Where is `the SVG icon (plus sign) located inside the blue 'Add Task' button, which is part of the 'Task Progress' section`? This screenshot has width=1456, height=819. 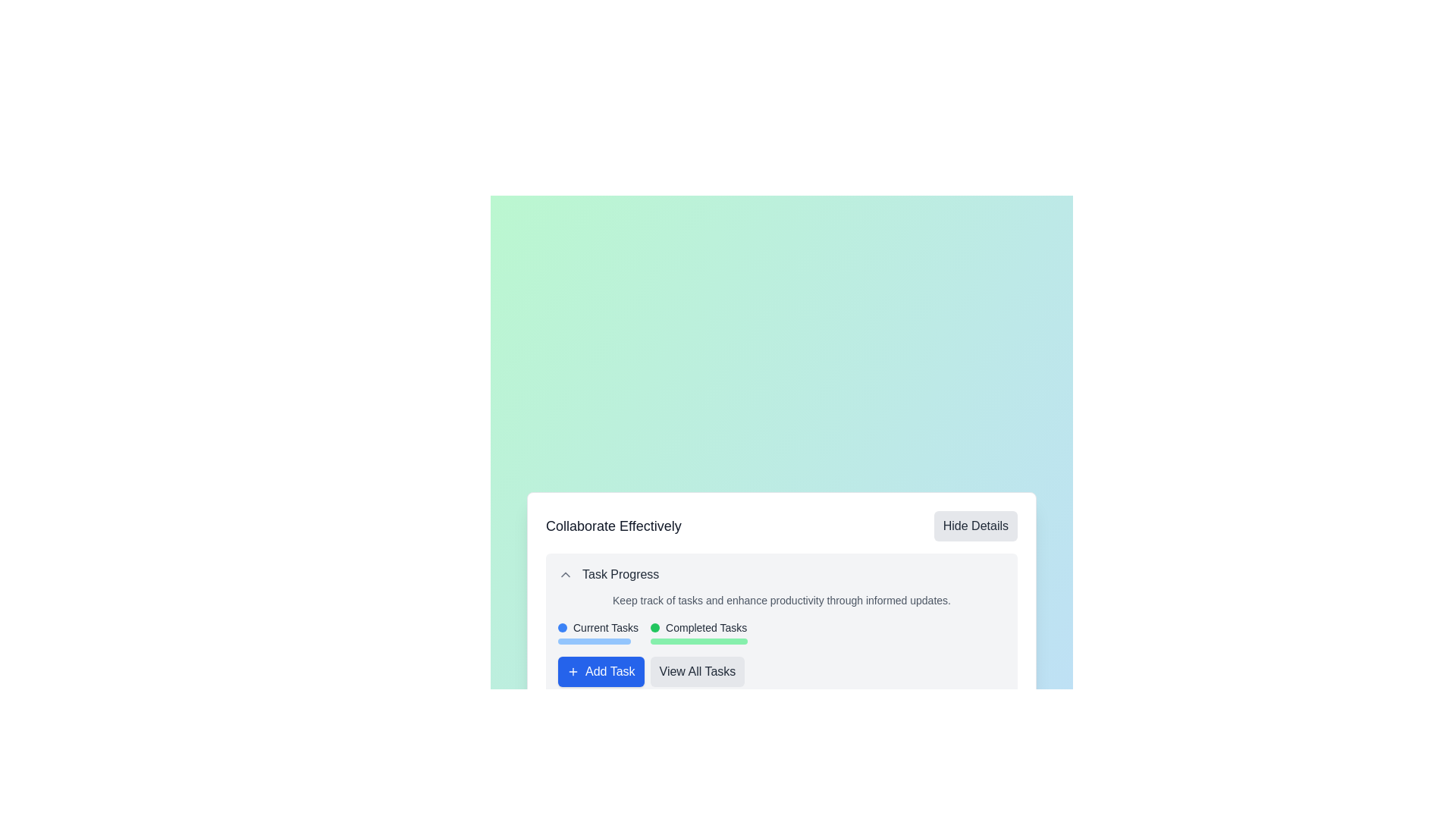 the SVG icon (plus sign) located inside the blue 'Add Task' button, which is part of the 'Task Progress' section is located at coordinates (572, 671).